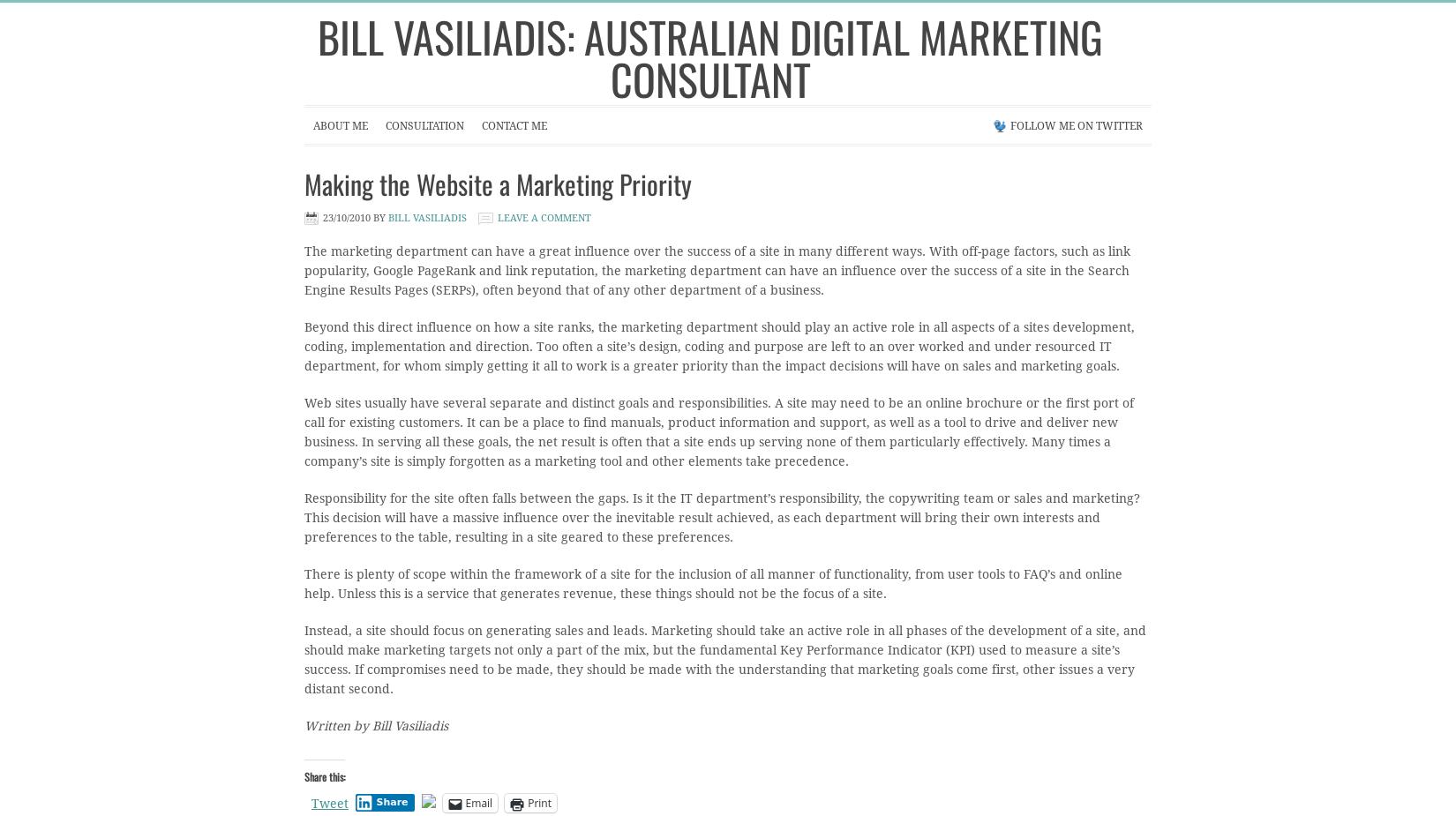 The width and height of the screenshot is (1456, 816). Describe the element at coordinates (378, 217) in the screenshot. I see `'by'` at that location.